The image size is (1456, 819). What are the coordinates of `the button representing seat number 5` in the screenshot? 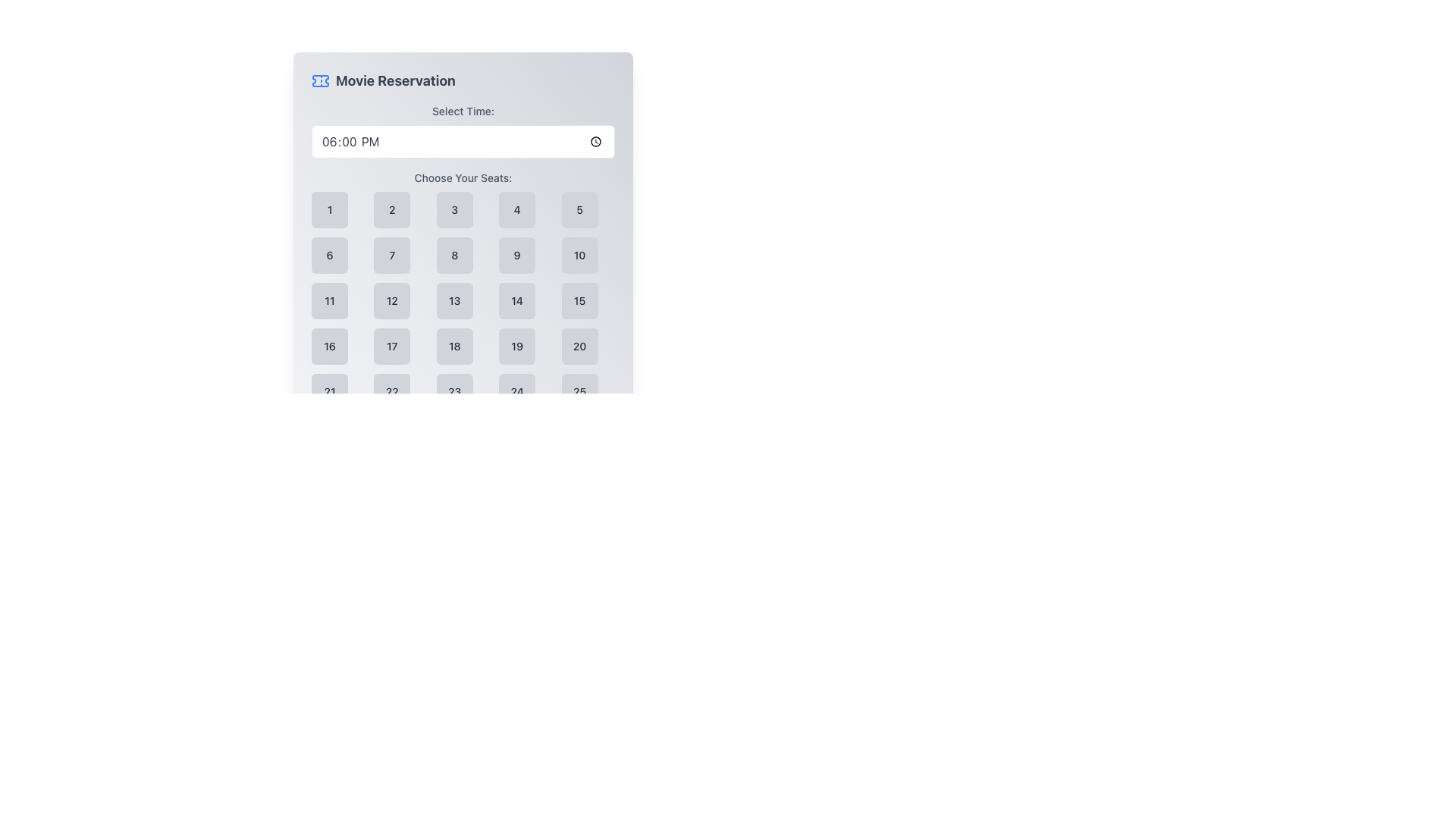 It's located at (579, 210).